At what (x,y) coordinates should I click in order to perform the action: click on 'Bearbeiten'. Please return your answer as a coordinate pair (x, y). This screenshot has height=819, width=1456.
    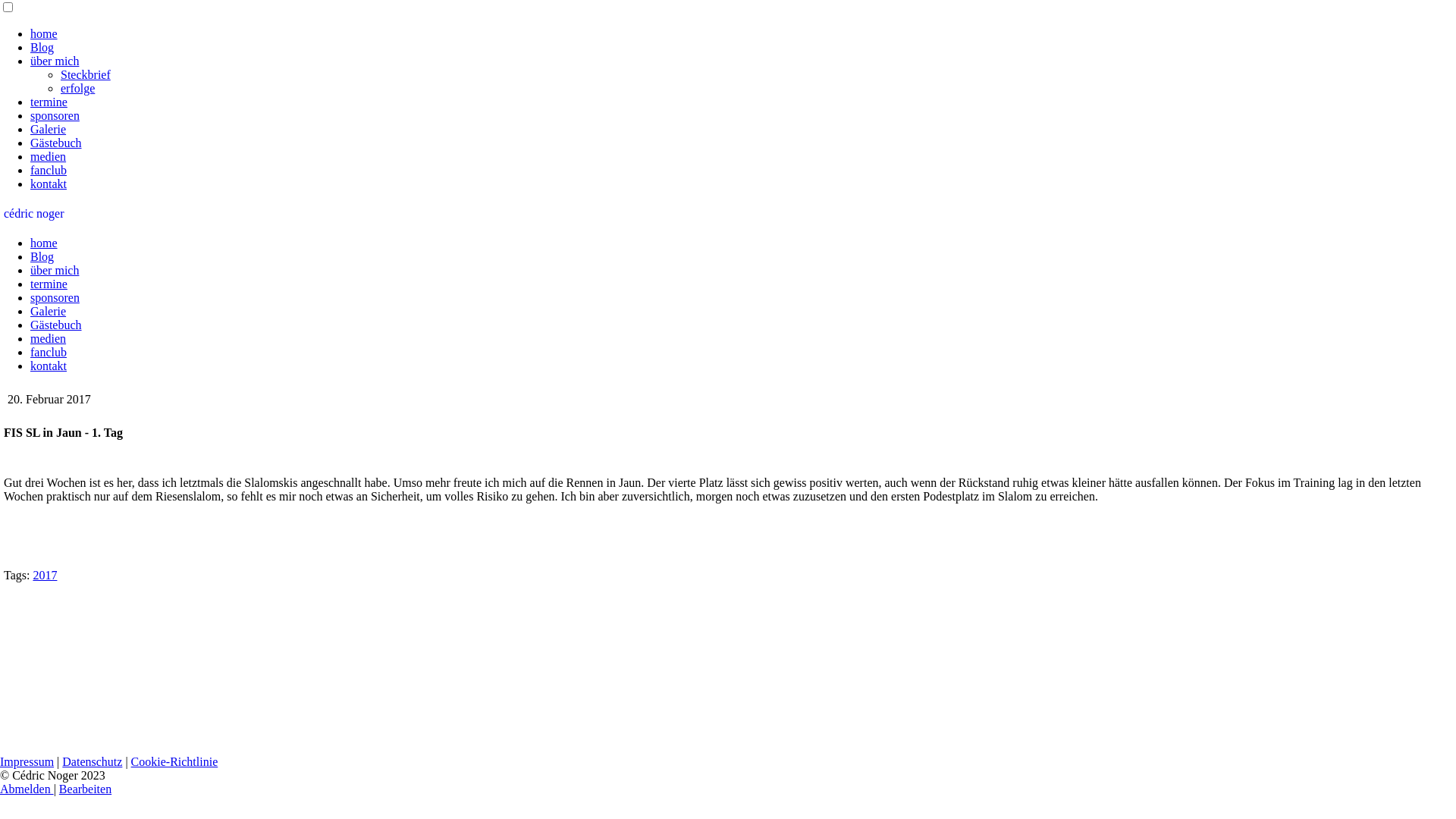
    Looking at the image, I should click on (84, 788).